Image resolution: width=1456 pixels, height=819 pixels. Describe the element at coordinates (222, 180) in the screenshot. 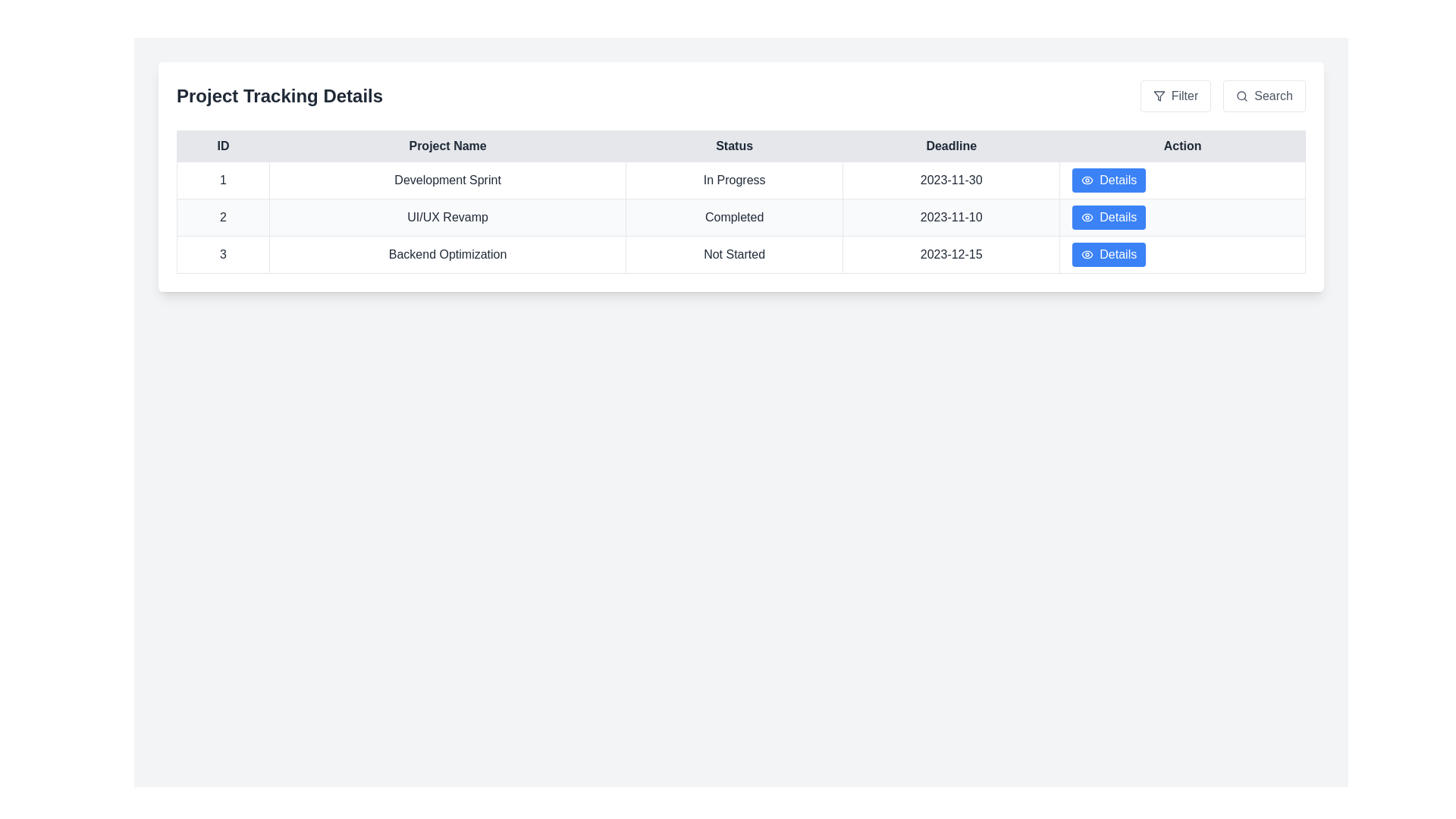

I see `the text element displaying the number '1' in a sans-serif font, located in the first row of the 'ID' column in a tabular layout` at that location.